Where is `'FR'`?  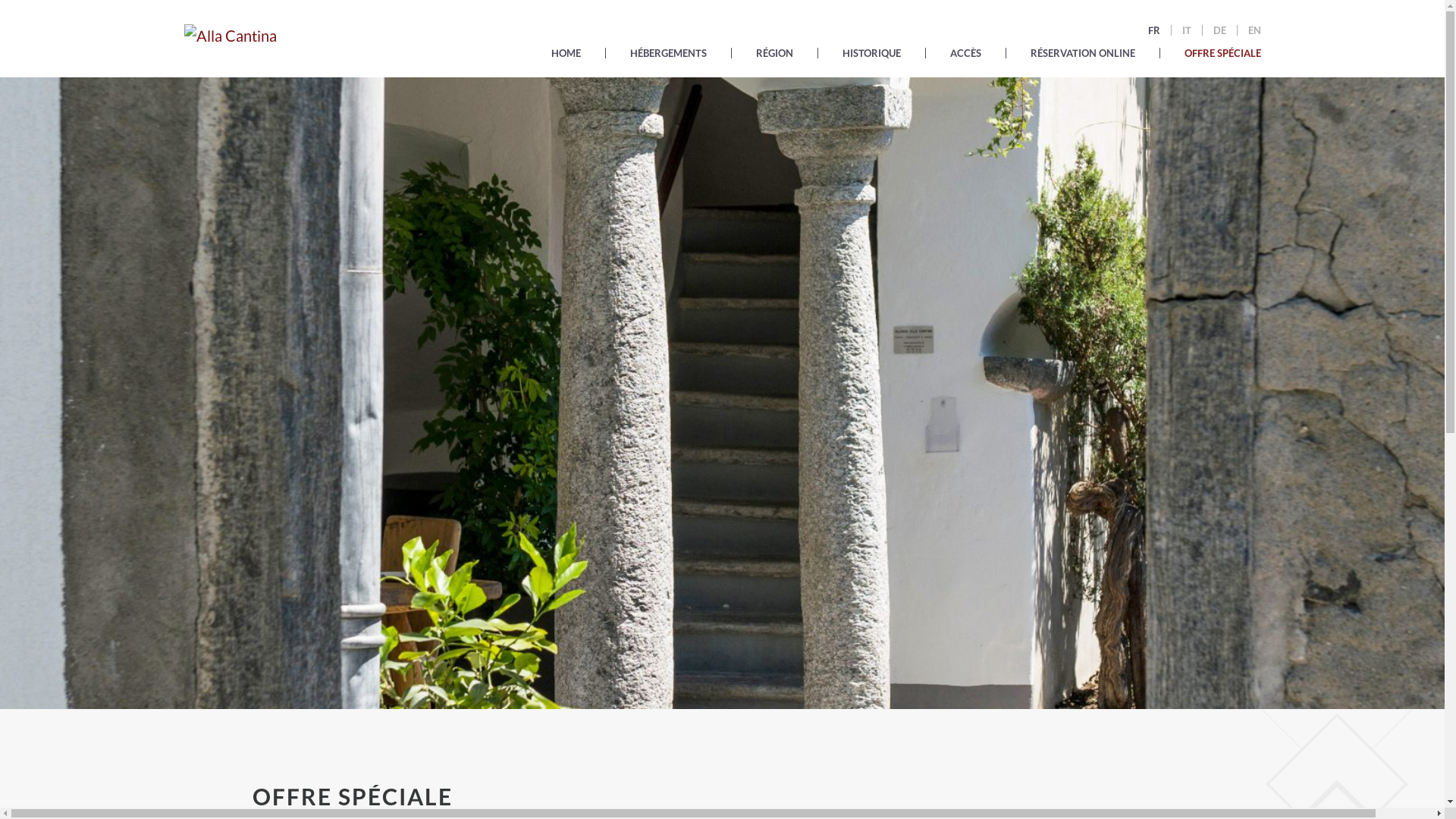
'FR' is located at coordinates (1153, 30).